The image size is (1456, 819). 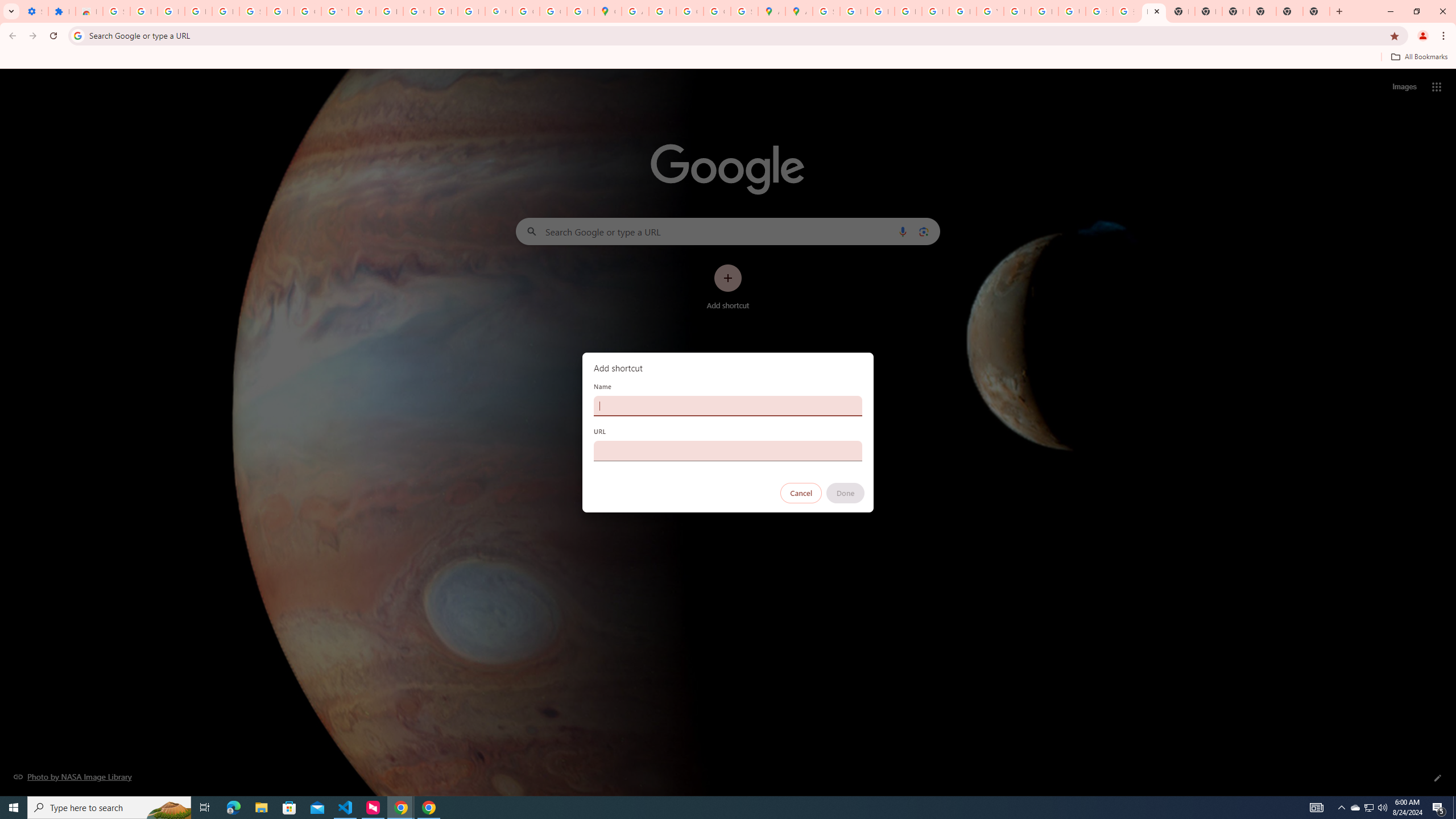 What do you see at coordinates (607, 11) in the screenshot?
I see `'Google Maps'` at bounding box center [607, 11].